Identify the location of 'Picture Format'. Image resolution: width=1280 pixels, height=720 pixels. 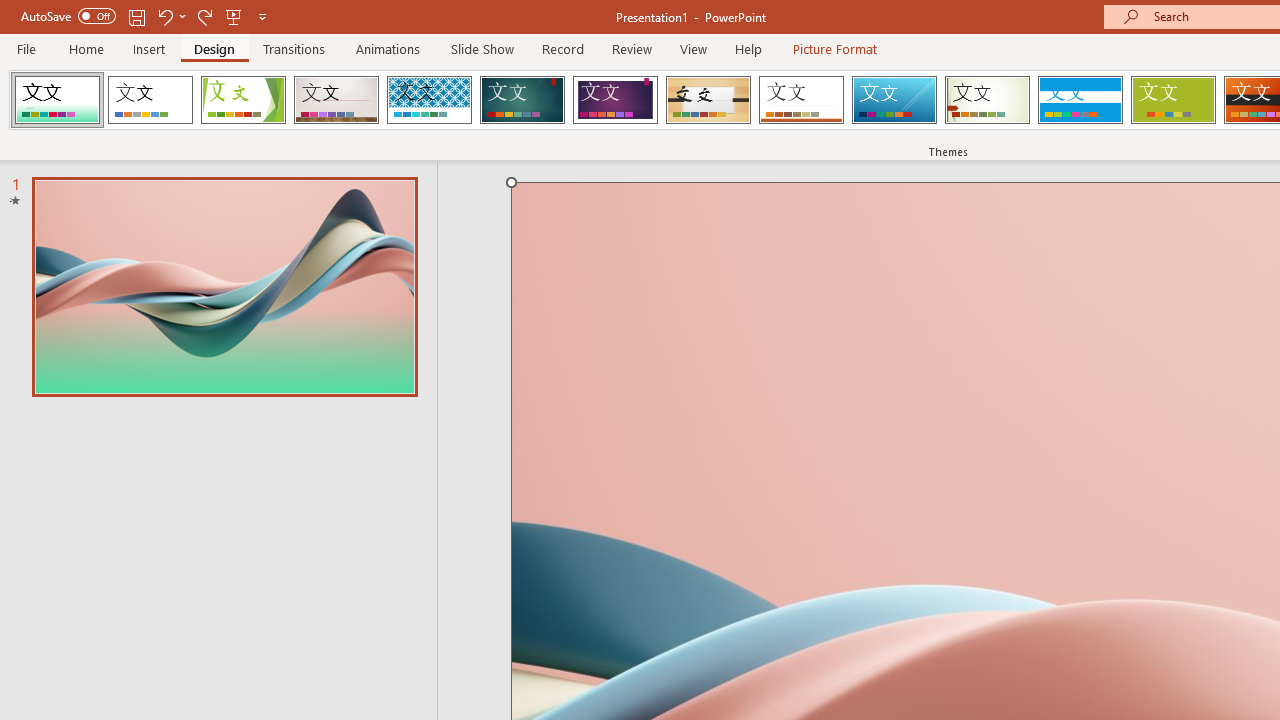
(835, 48).